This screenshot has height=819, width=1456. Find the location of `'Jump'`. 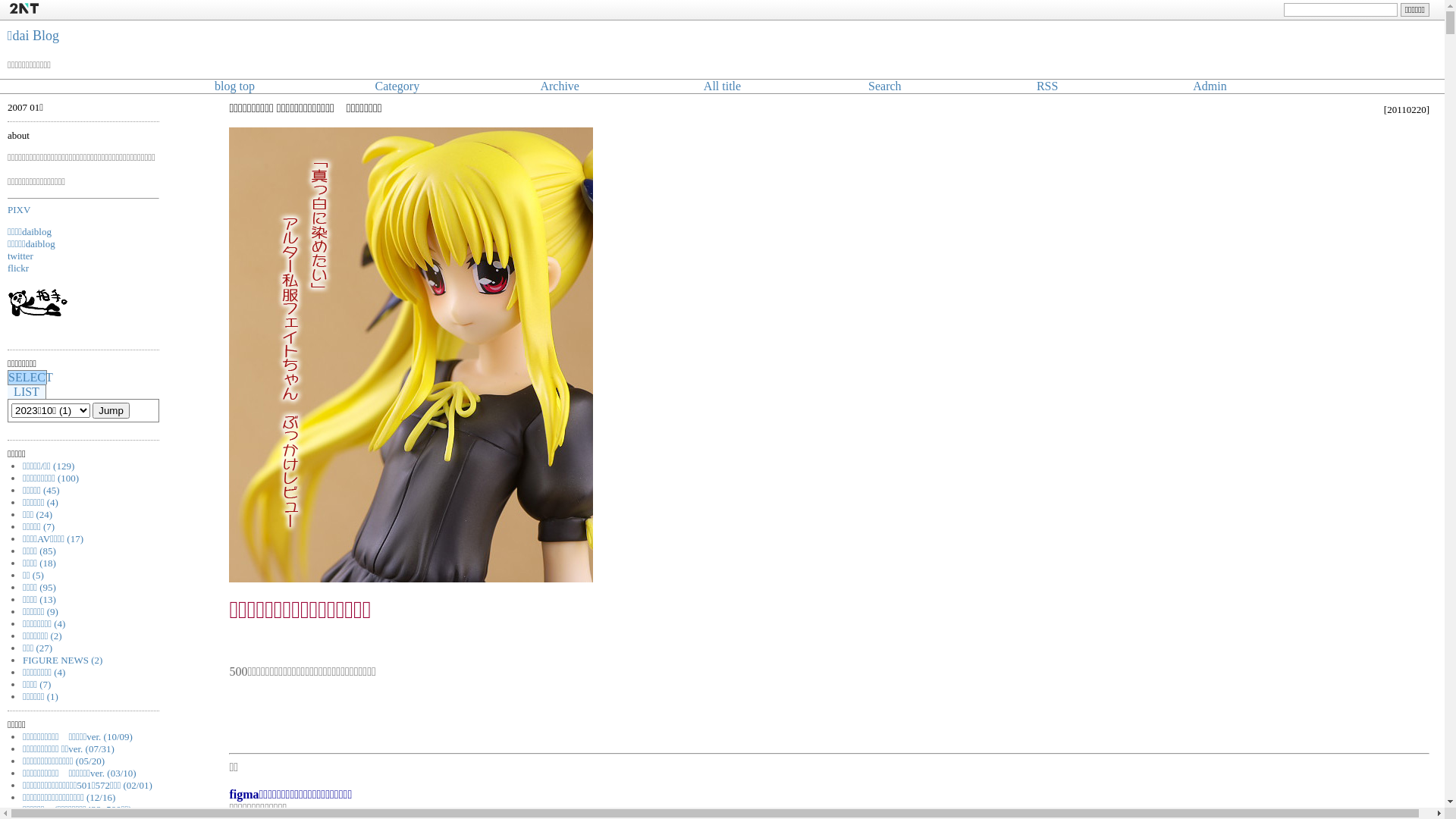

'Jump' is located at coordinates (110, 410).